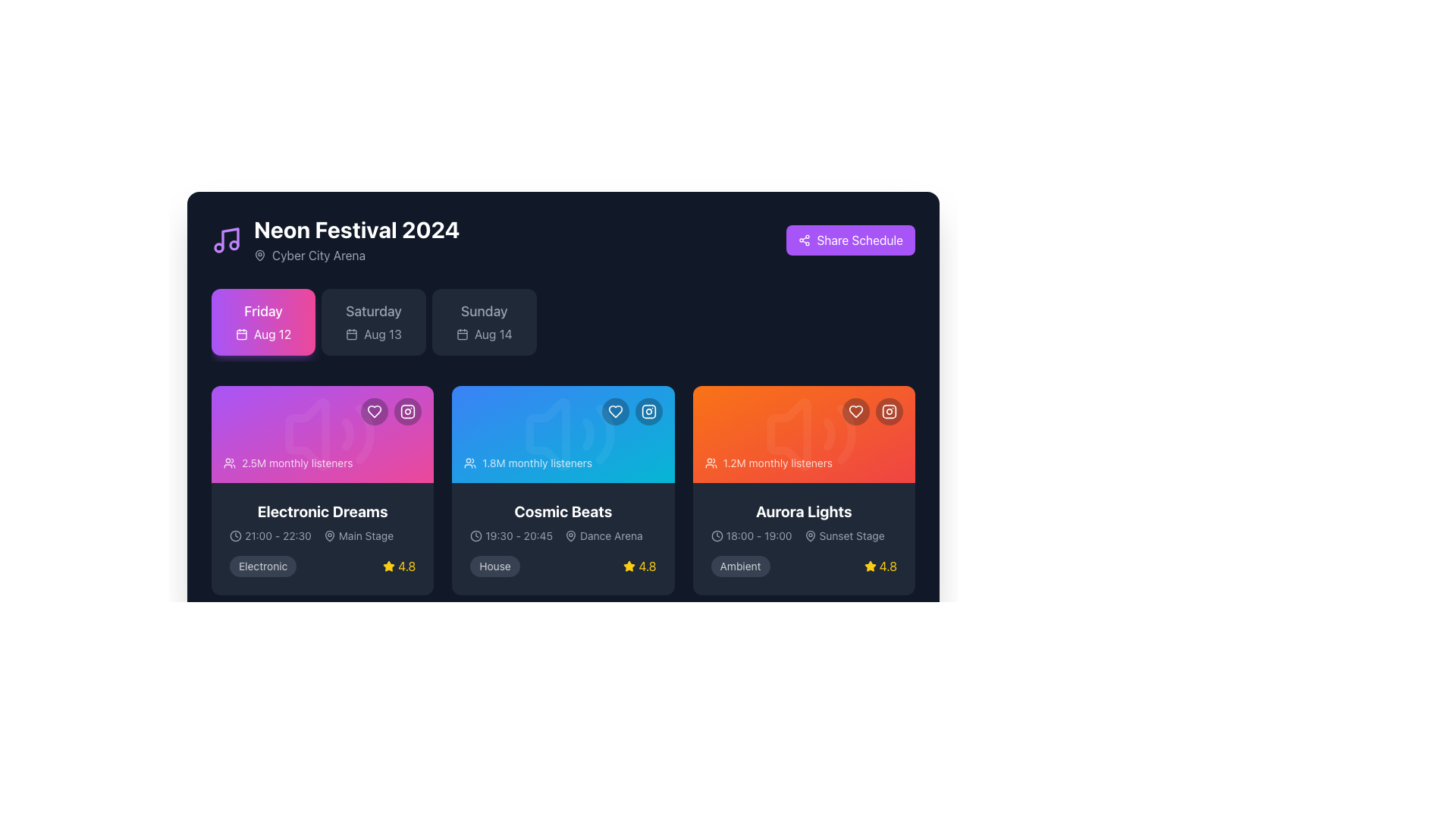  What do you see at coordinates (259, 254) in the screenshot?
I see `the location marker icon positioned to the left of the 'Cyber City Arena' text in the top section of the interface` at bounding box center [259, 254].